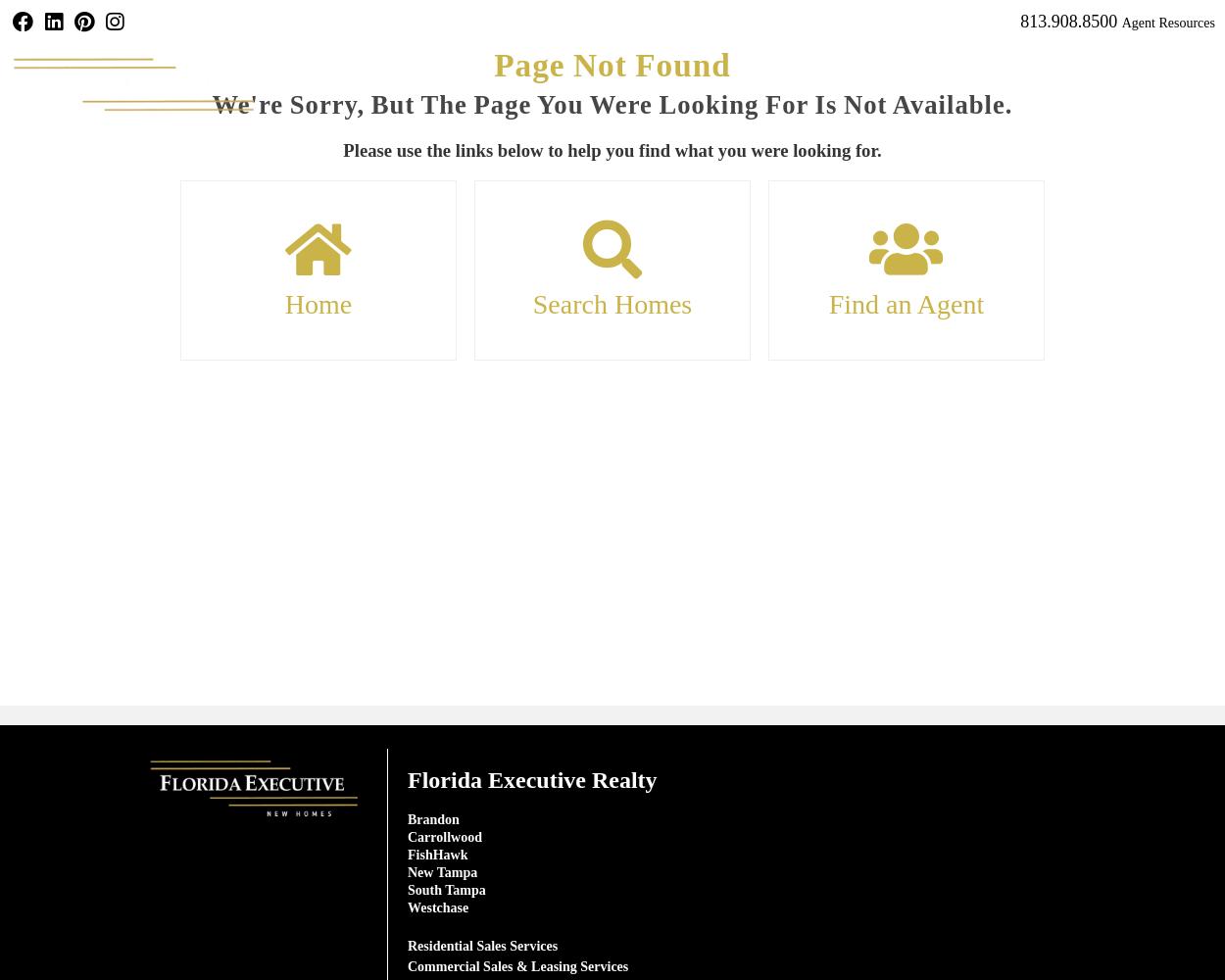 Image resolution: width=1225 pixels, height=980 pixels. Describe the element at coordinates (436, 906) in the screenshot. I see `'Westchase'` at that location.